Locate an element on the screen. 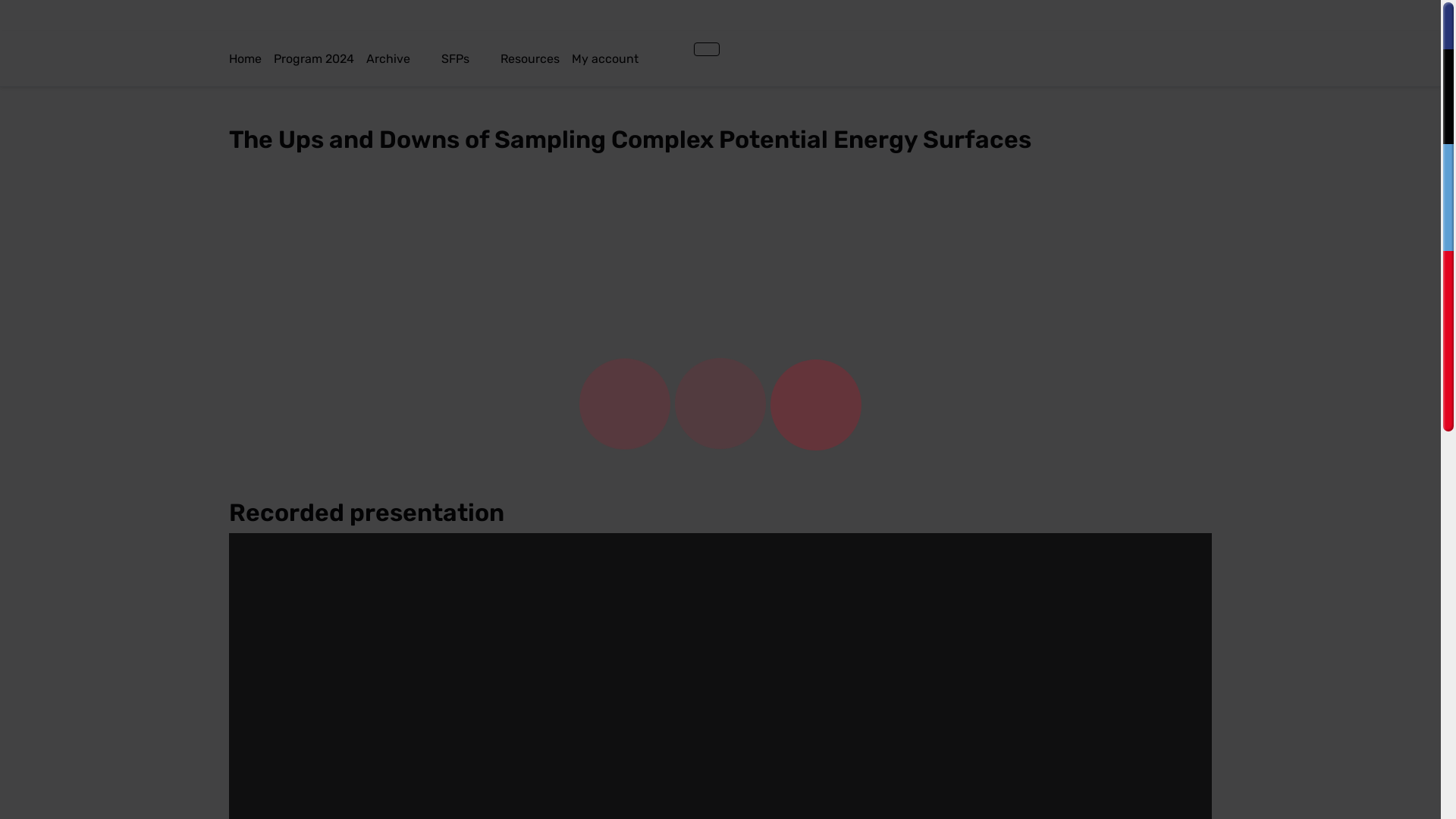 The height and width of the screenshot is (819, 1456). 'Archive' is located at coordinates (403, 58).